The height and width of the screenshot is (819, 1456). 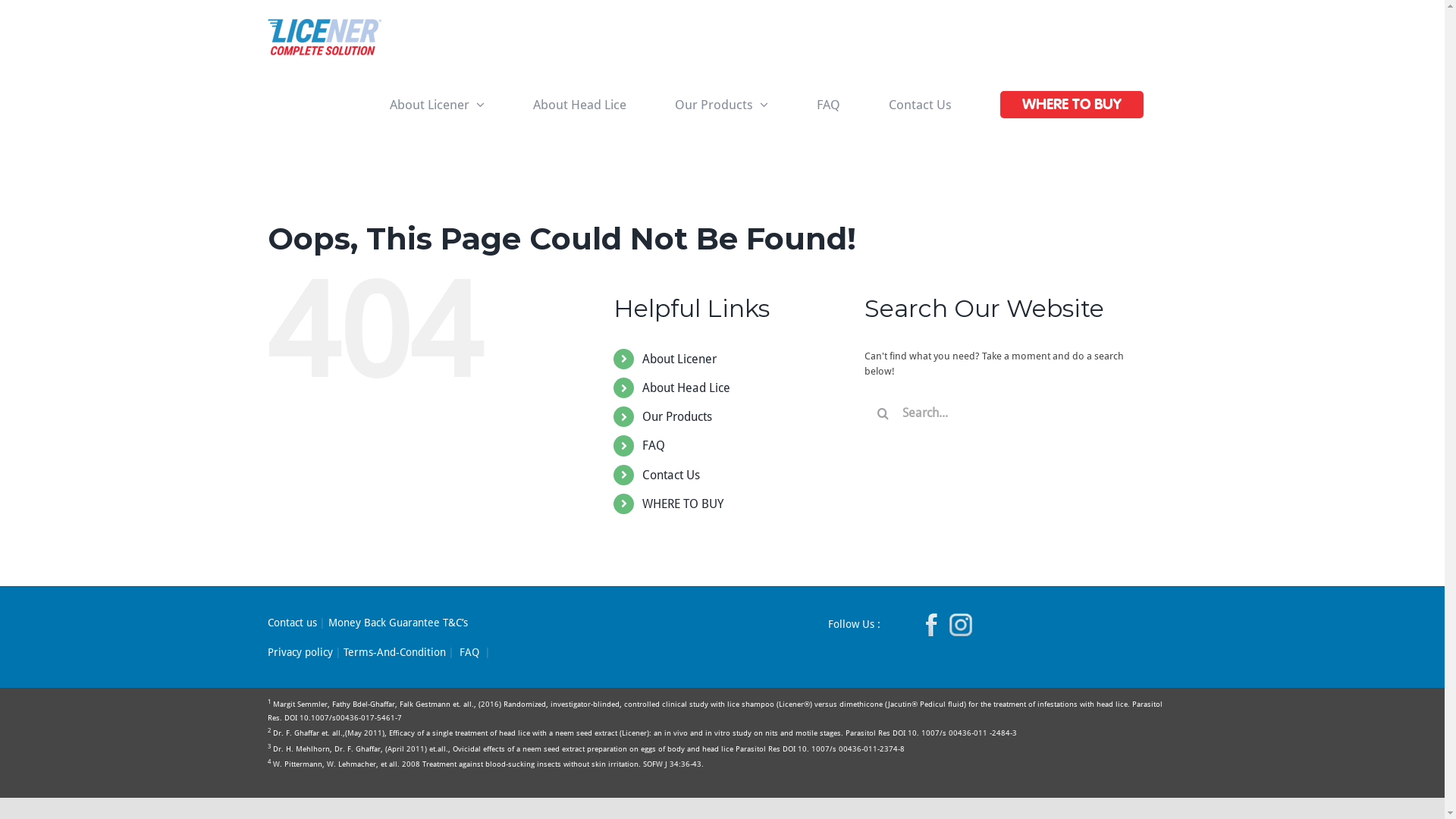 I want to click on 'Contact us', so click(x=291, y=623).